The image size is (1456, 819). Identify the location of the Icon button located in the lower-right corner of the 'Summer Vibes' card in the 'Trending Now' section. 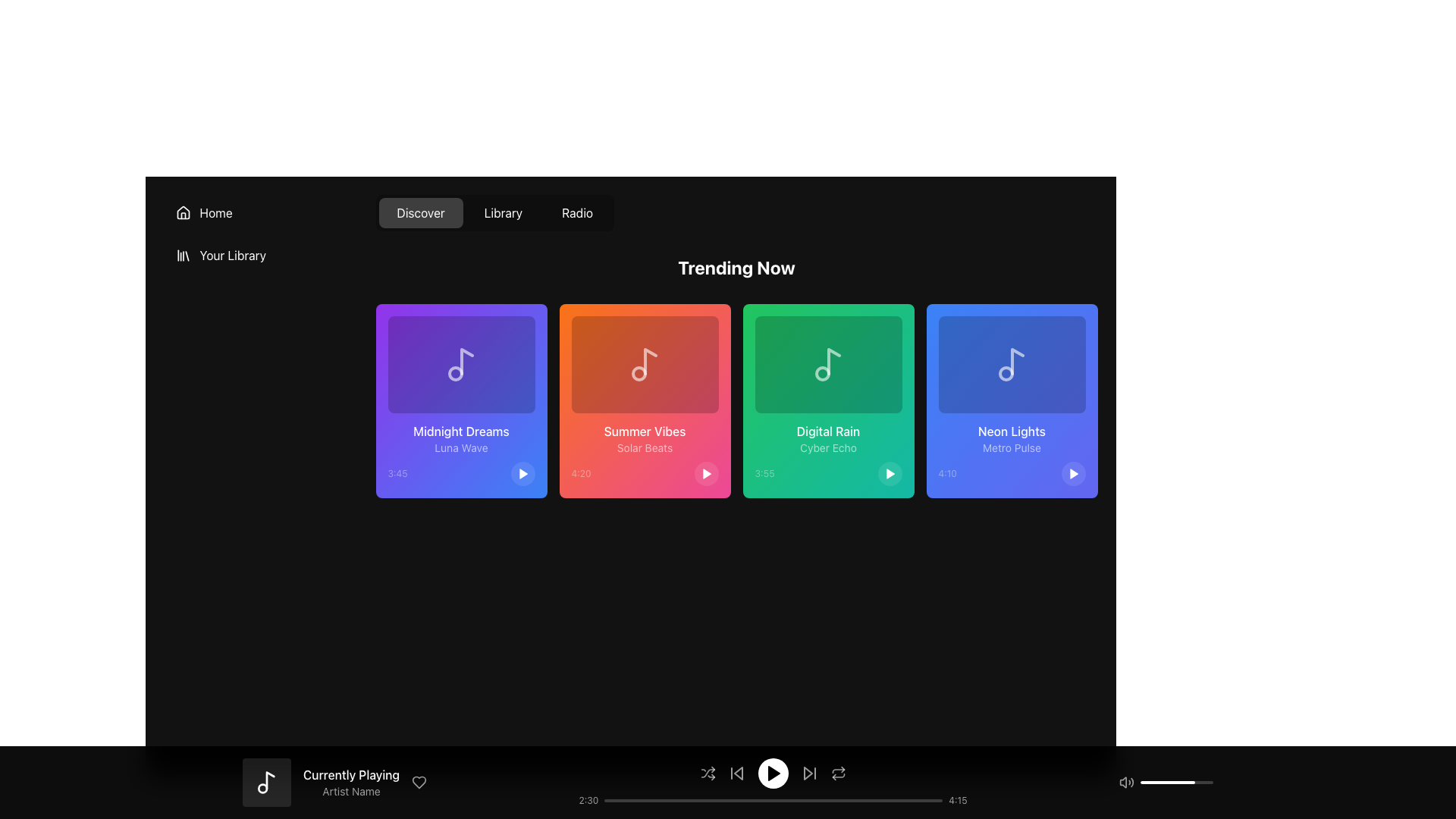
(706, 472).